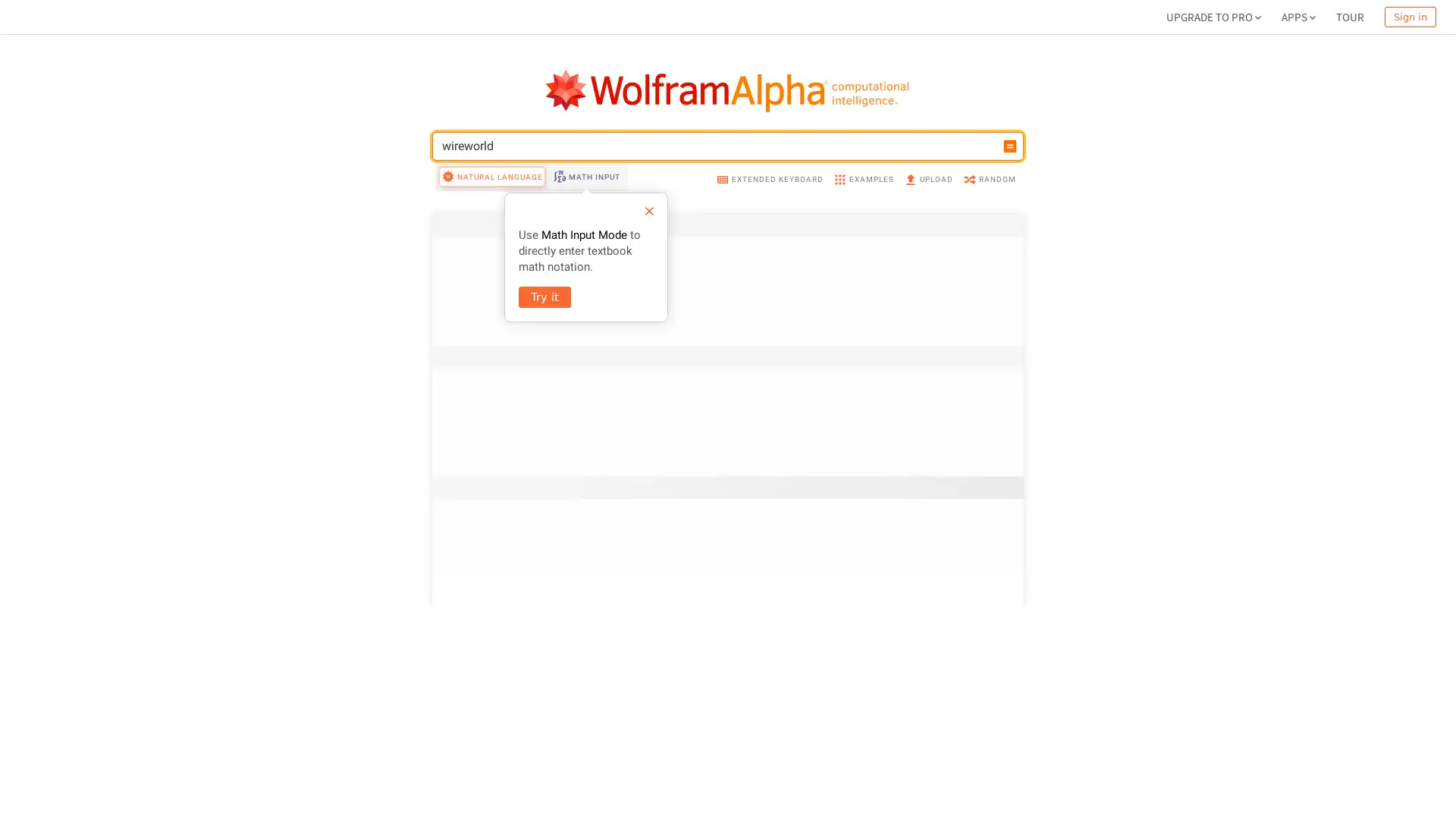 The width and height of the screenshot is (1456, 819). Describe the element at coordinates (927, 307) in the screenshot. I see `UPLOAD` at that location.